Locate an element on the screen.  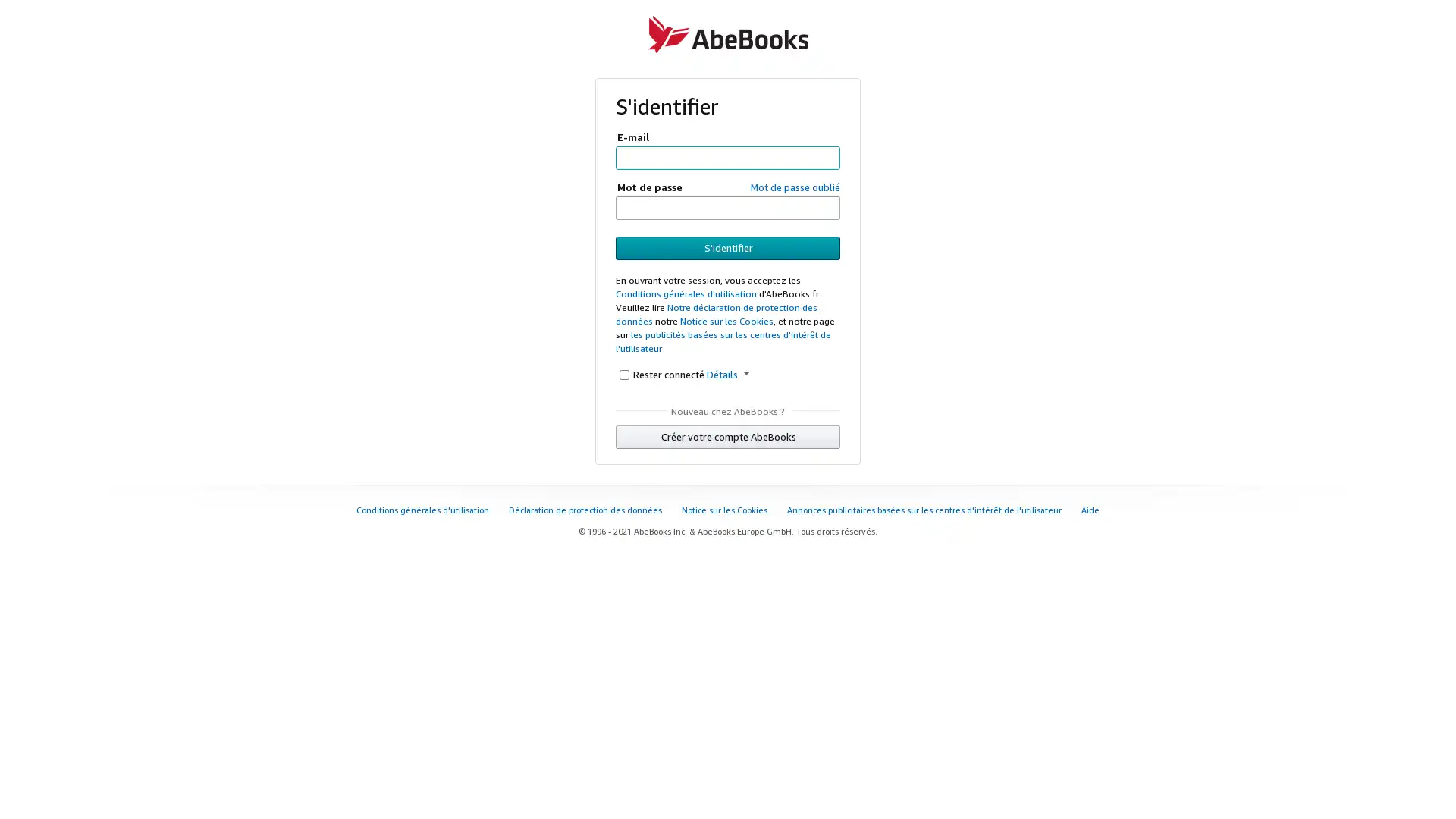
S'identifier is located at coordinates (728, 246).